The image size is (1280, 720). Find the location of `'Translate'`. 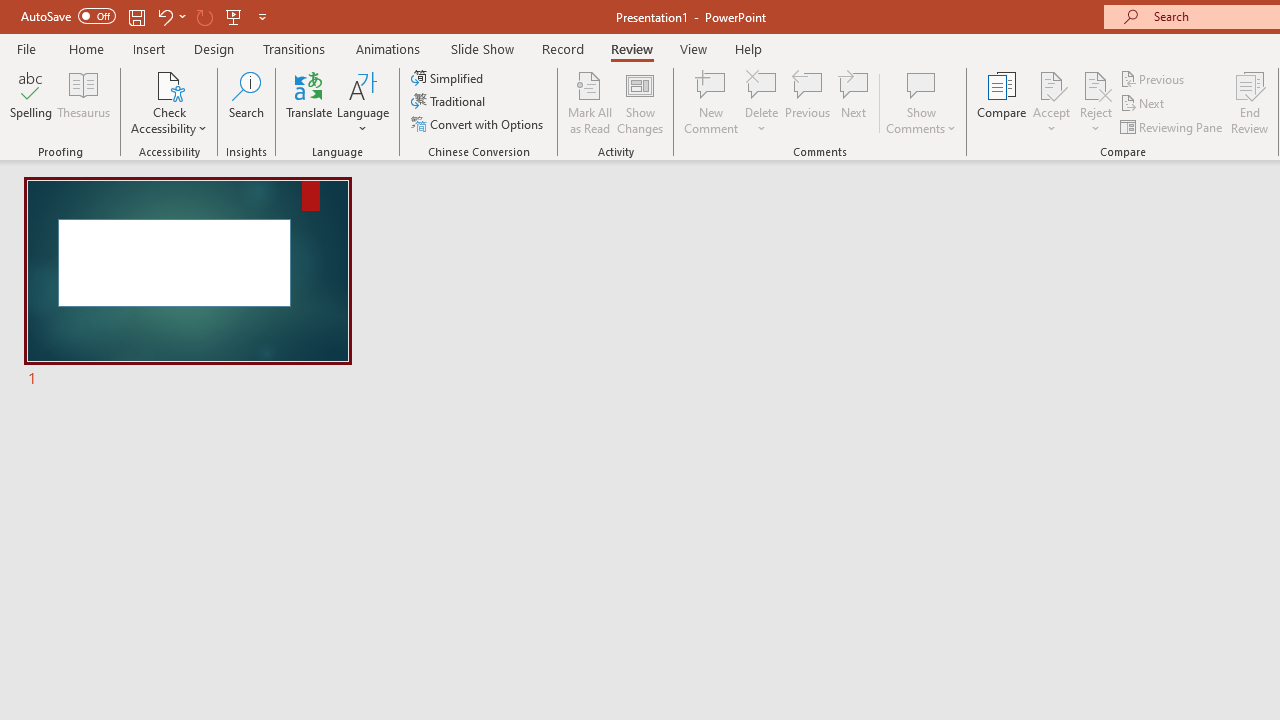

'Translate' is located at coordinates (308, 103).